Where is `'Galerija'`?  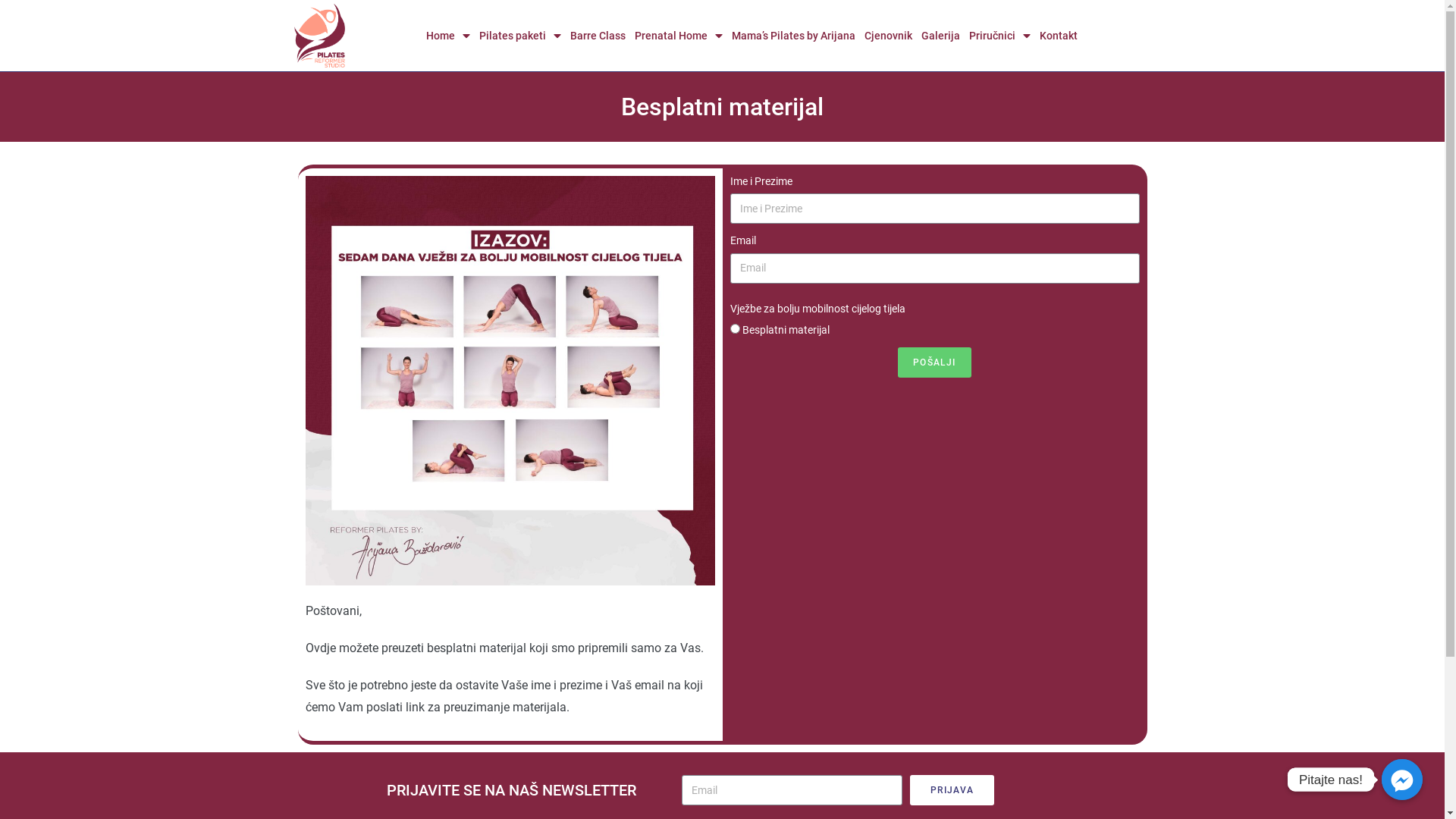 'Galerija' is located at coordinates (940, 34).